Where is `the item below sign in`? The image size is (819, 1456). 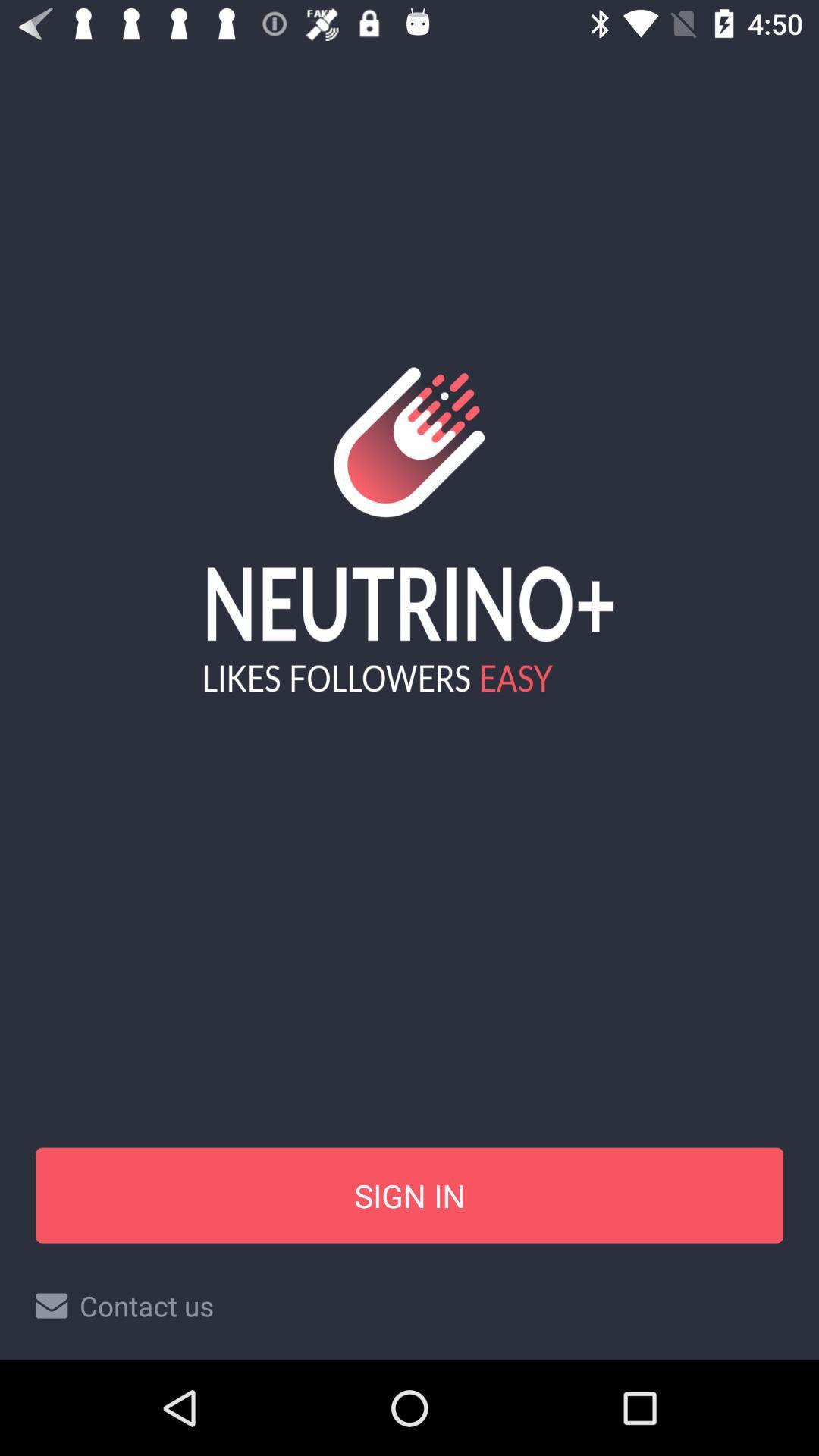
the item below sign in is located at coordinates (409, 1305).